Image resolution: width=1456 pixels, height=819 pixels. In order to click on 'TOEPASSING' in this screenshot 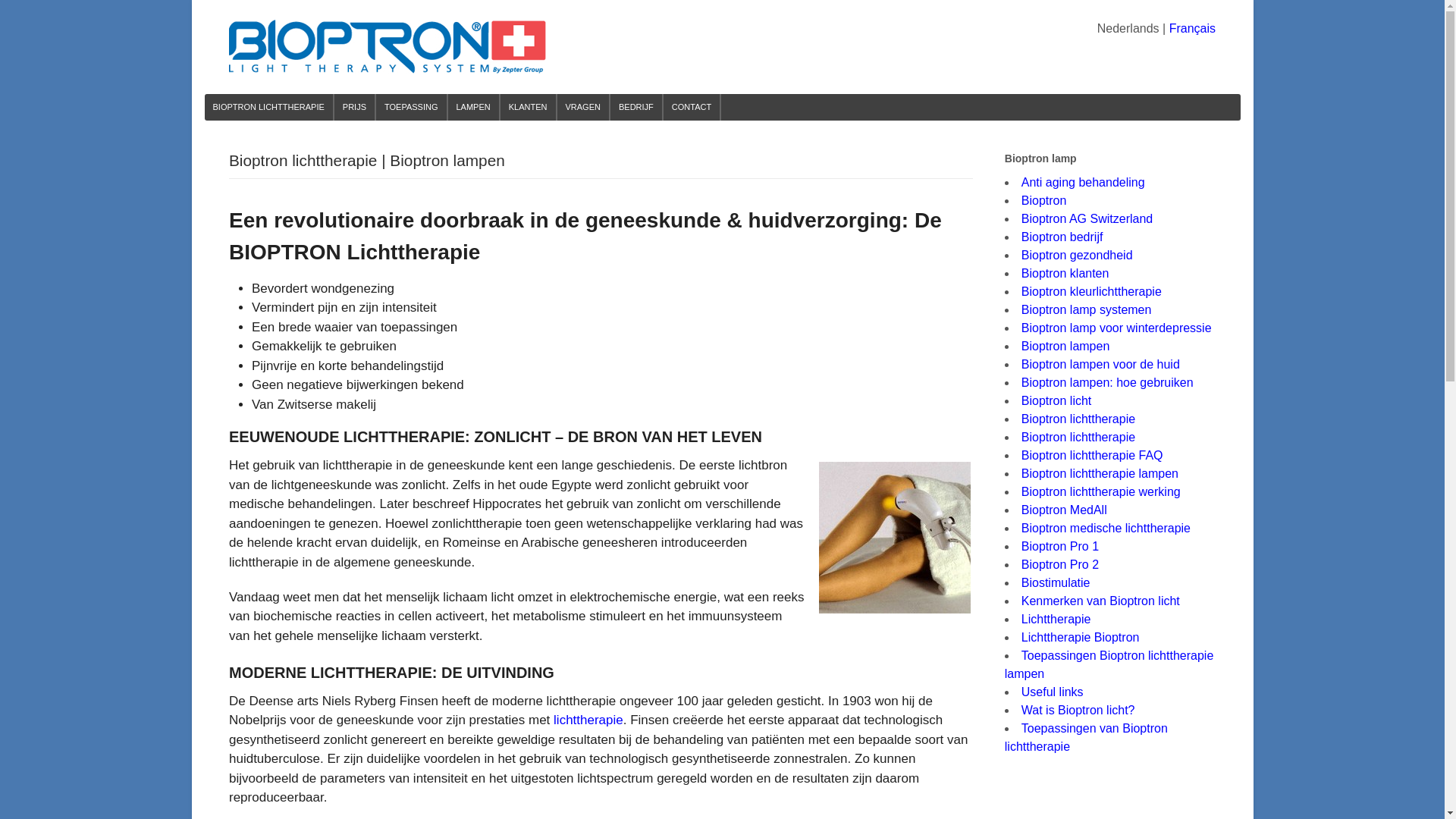, I will do `click(375, 106)`.